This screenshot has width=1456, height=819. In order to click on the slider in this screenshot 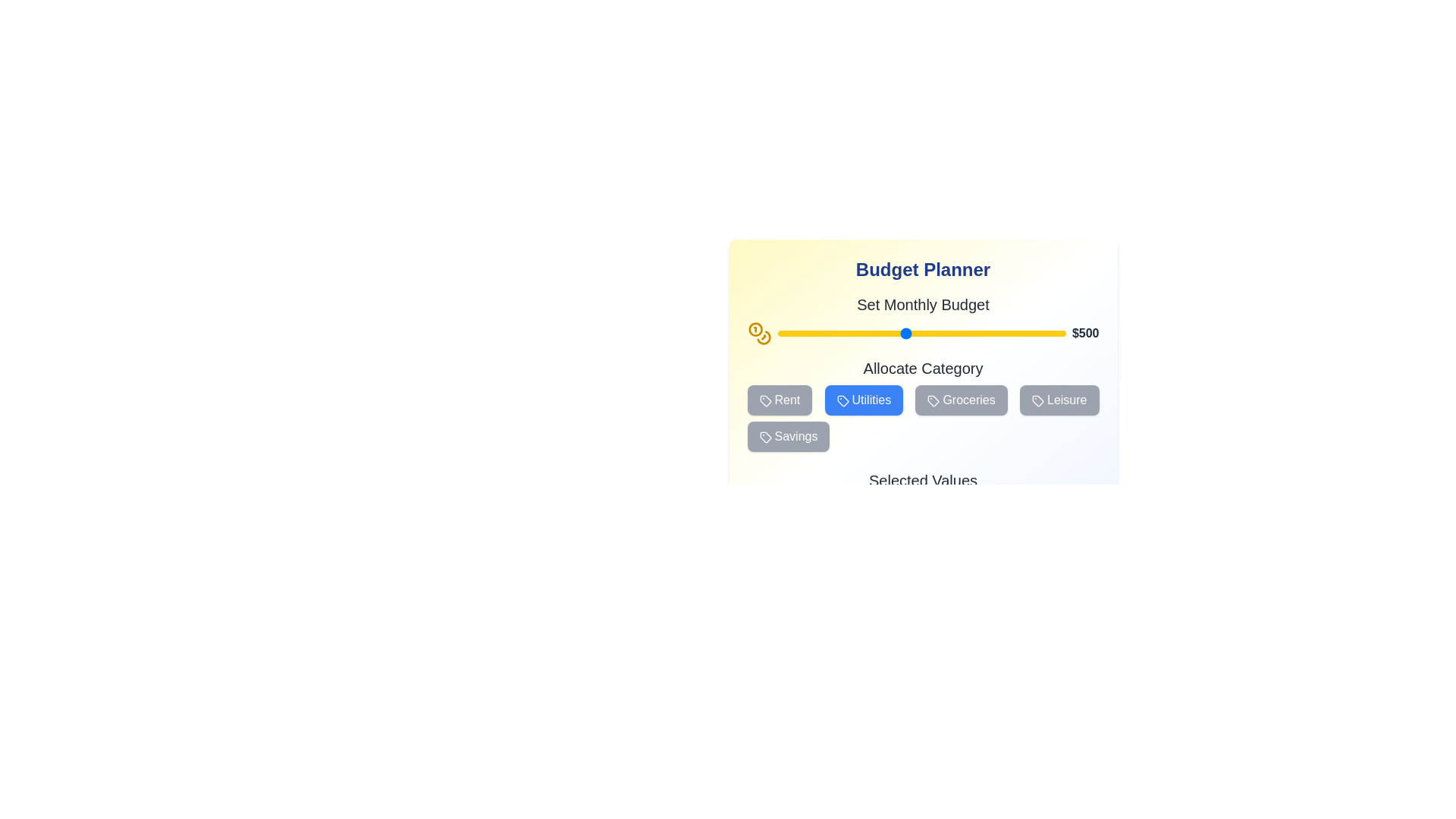, I will do `click(817, 332)`.